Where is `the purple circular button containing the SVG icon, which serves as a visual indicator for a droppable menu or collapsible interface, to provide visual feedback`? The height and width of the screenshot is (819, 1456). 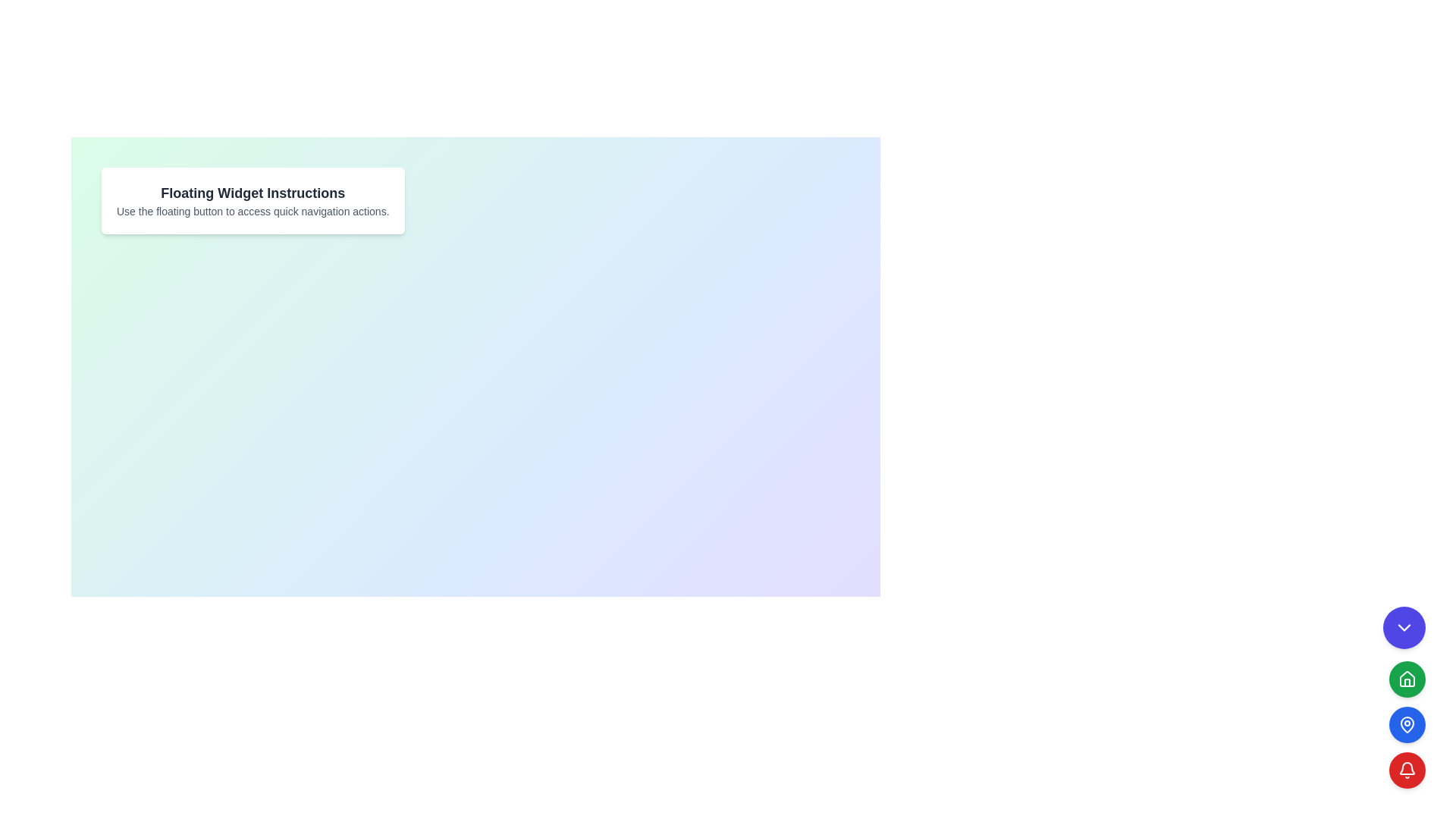 the purple circular button containing the SVG icon, which serves as a visual indicator for a droppable menu or collapsible interface, to provide visual feedback is located at coordinates (1404, 628).